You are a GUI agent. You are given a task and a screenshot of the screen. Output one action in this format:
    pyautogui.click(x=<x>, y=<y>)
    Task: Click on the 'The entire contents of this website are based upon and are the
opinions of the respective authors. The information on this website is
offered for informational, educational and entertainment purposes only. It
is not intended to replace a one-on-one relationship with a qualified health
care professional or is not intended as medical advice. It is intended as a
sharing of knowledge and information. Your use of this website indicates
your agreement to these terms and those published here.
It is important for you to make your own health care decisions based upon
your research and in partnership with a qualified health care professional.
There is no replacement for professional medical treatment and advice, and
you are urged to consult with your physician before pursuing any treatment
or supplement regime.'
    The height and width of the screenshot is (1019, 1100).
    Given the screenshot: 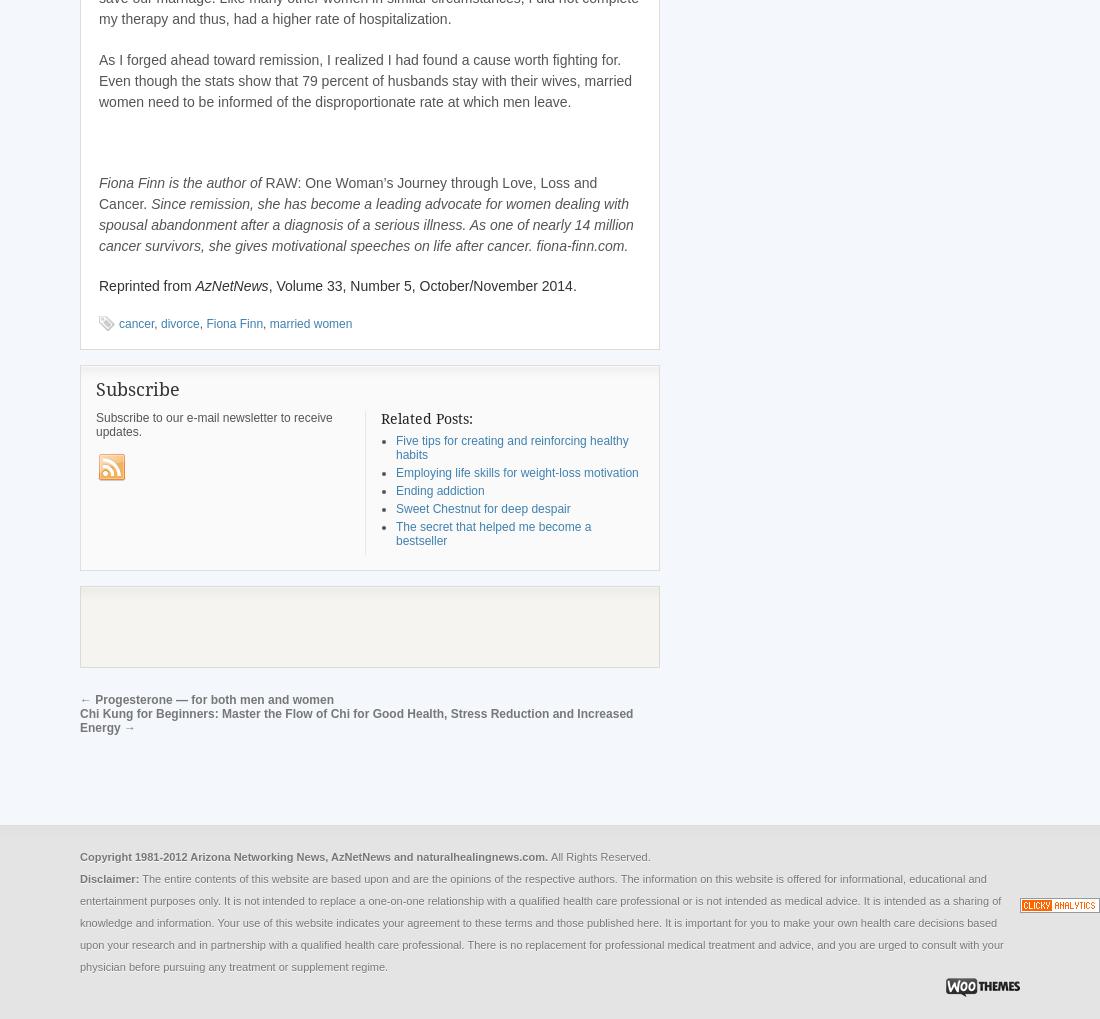 What is the action you would take?
    pyautogui.click(x=541, y=921)
    